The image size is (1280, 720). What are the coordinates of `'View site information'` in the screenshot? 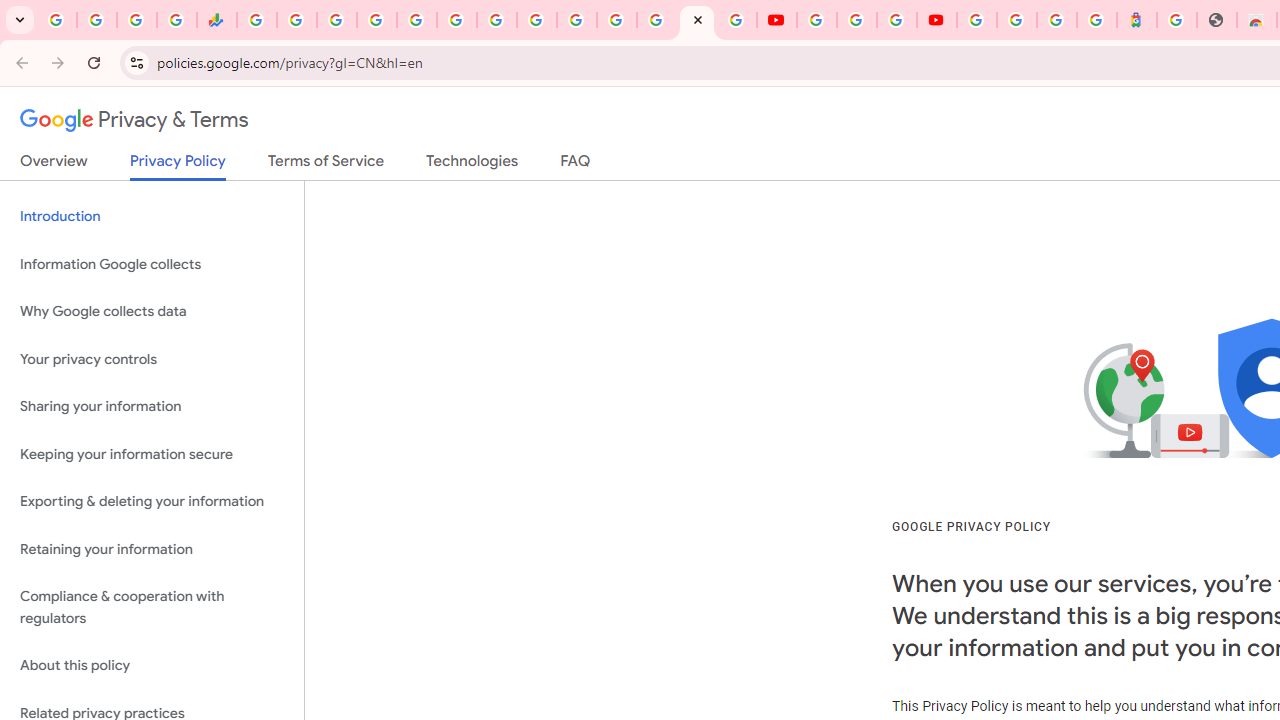 It's located at (135, 61).